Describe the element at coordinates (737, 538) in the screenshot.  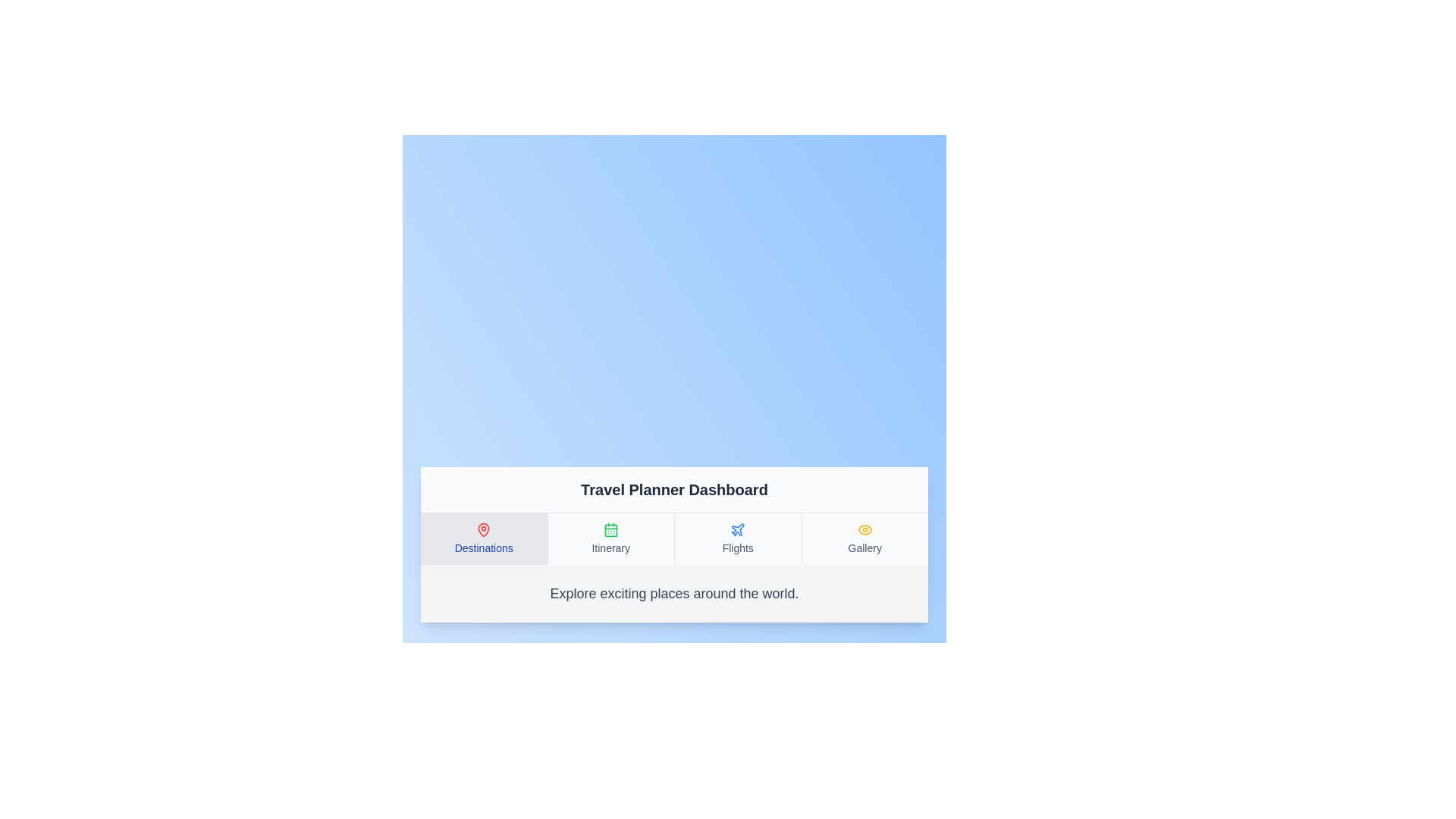
I see `the 'Flights' navigation button located in the navigation bar, which is the third button between 'Itinerary' and 'Gallery'` at that location.